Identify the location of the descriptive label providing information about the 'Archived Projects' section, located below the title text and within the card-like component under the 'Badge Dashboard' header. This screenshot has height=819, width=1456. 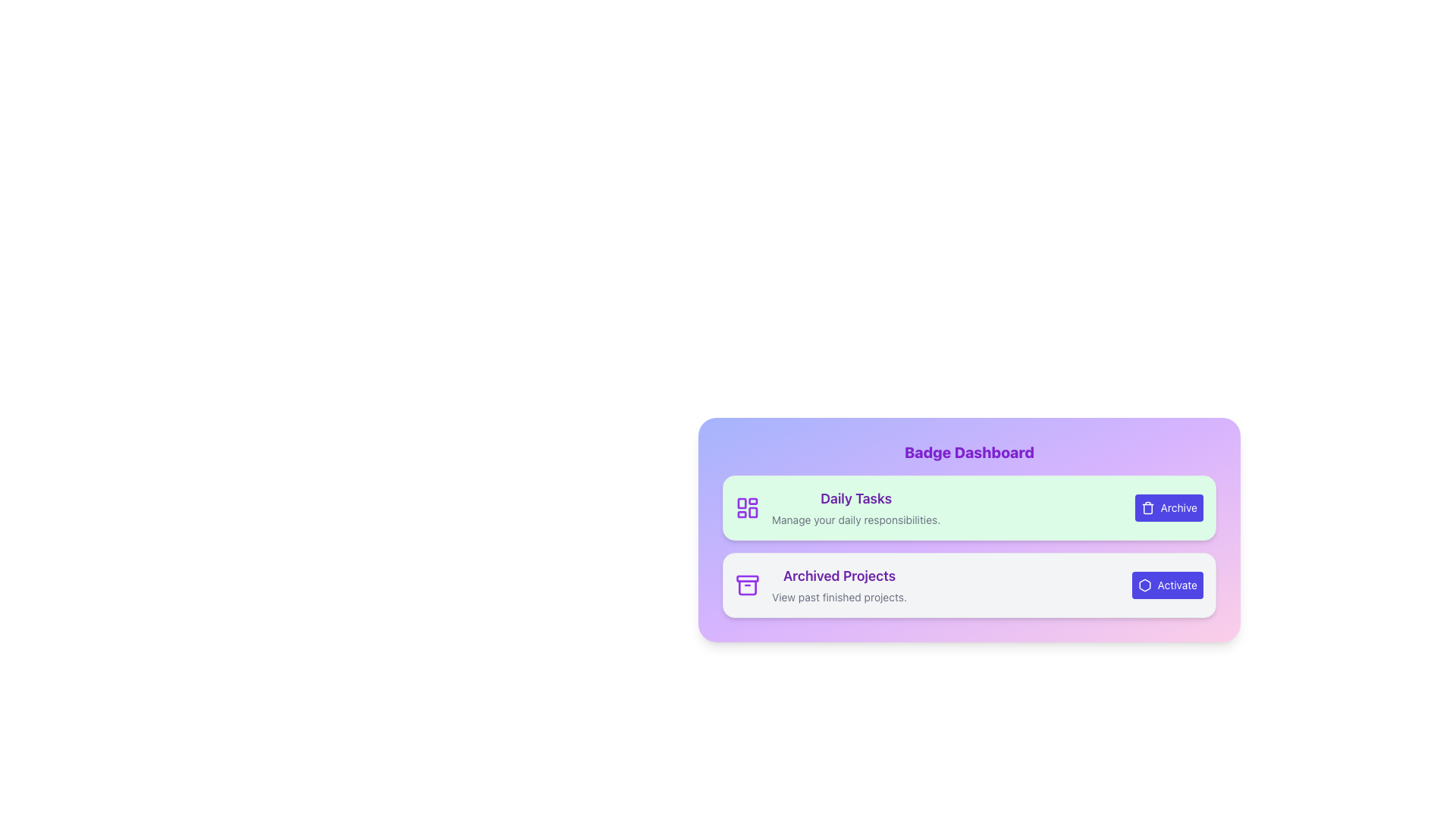
(839, 596).